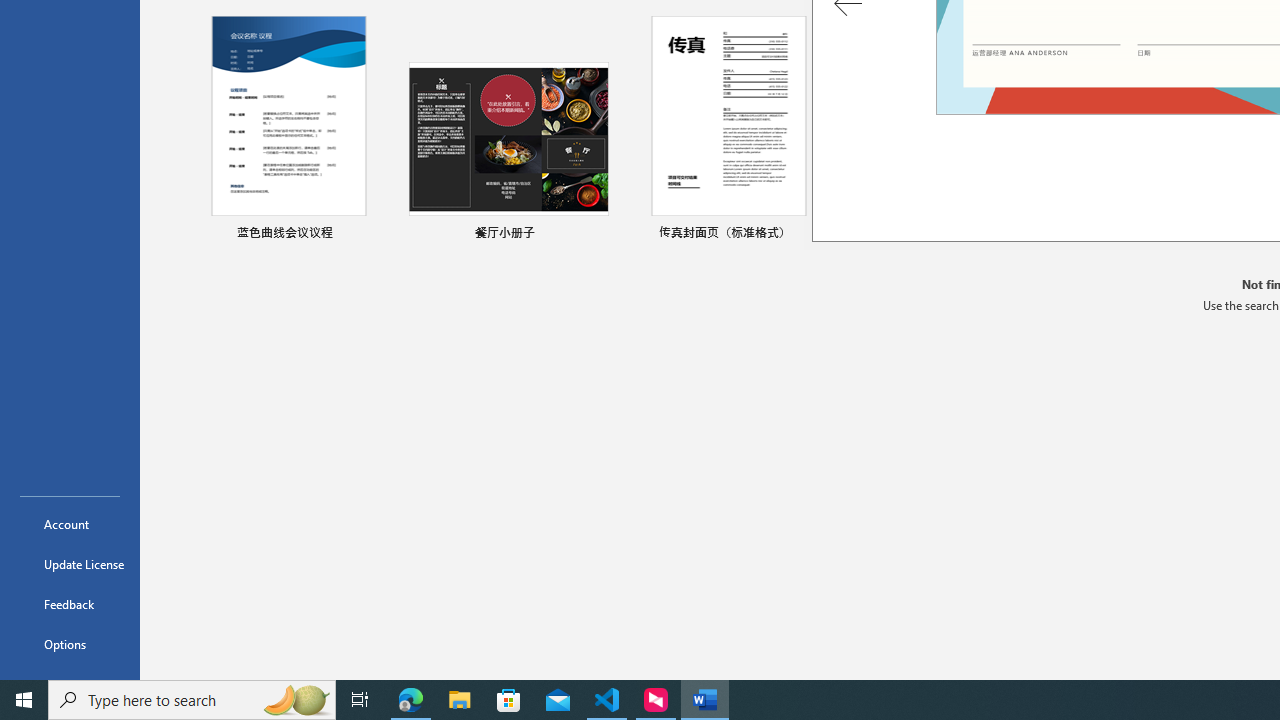 The image size is (1280, 720). I want to click on 'Feedback', so click(69, 603).